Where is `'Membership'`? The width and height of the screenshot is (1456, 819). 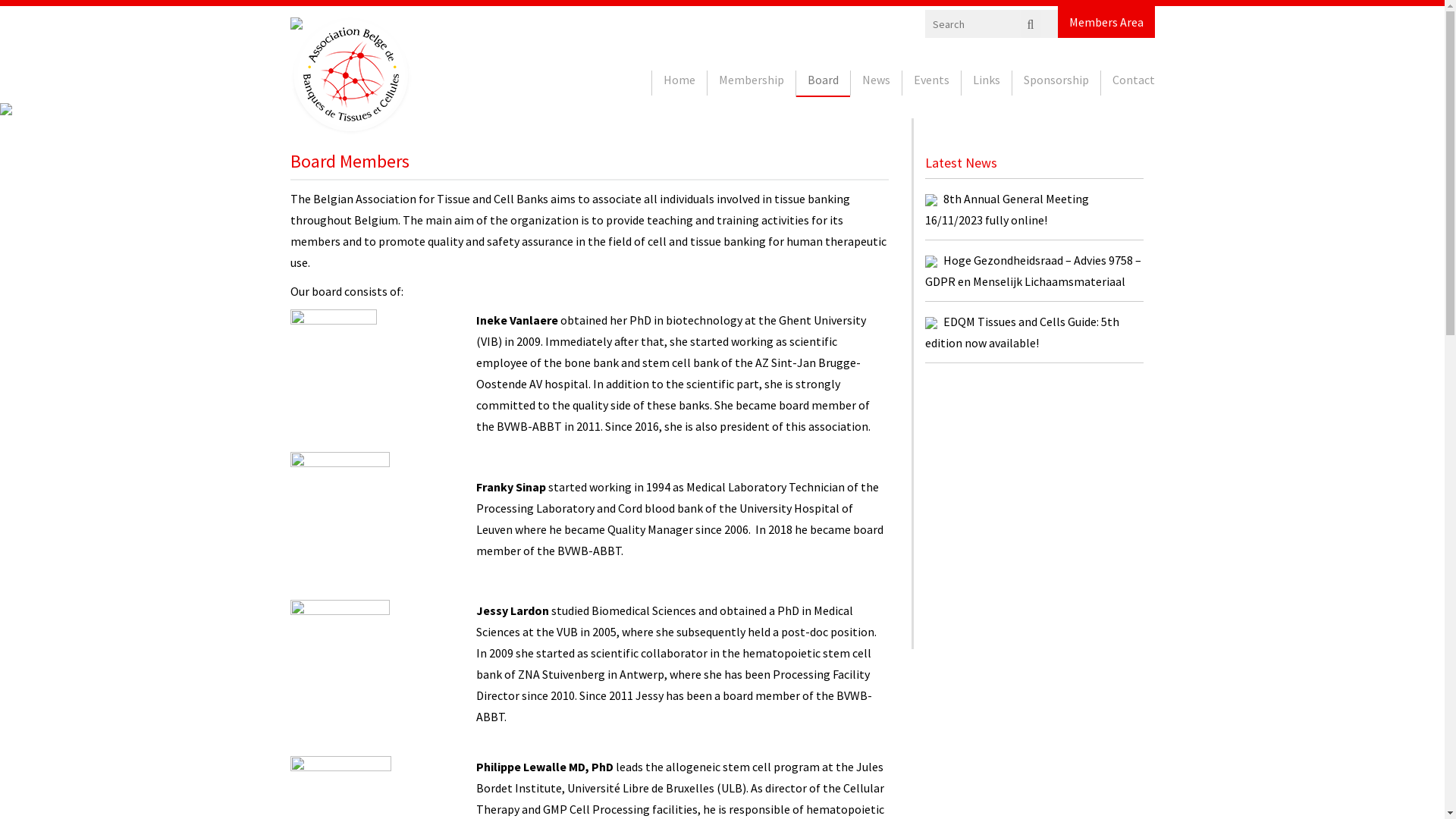
'Membership' is located at coordinates (750, 83).